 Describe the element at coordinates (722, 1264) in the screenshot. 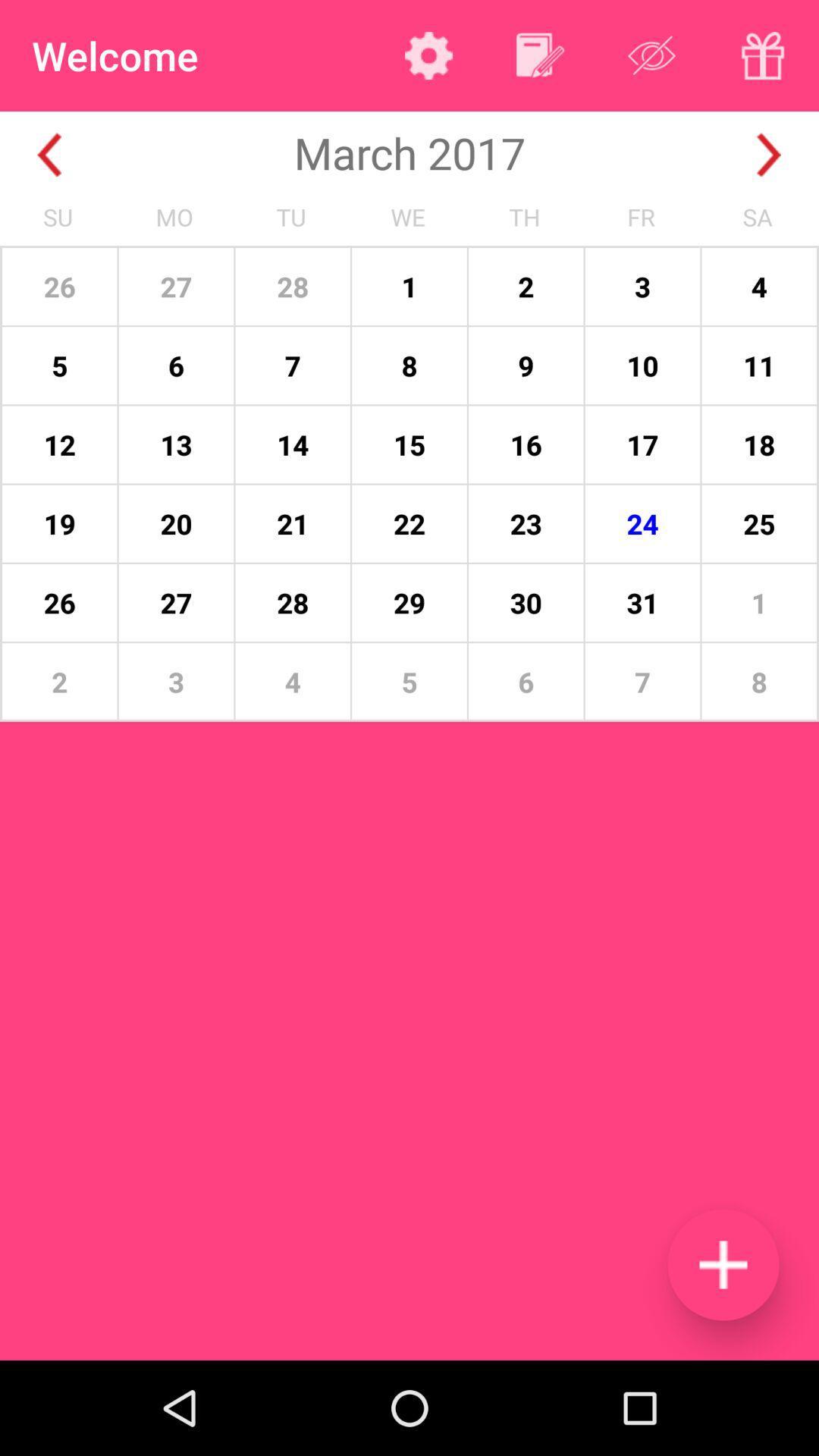

I see `calendar event` at that location.